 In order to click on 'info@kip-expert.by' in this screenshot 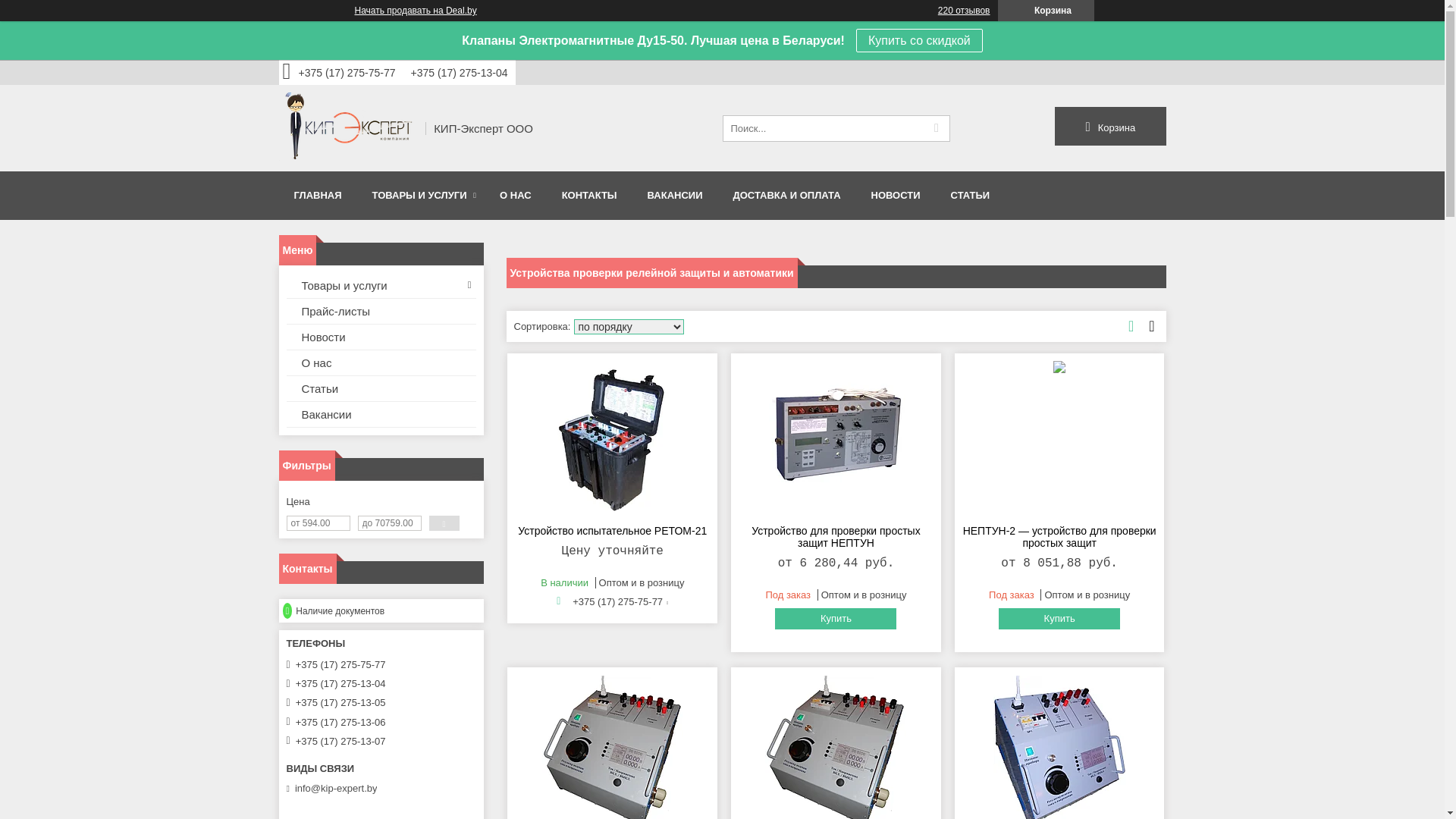, I will do `click(335, 788)`.